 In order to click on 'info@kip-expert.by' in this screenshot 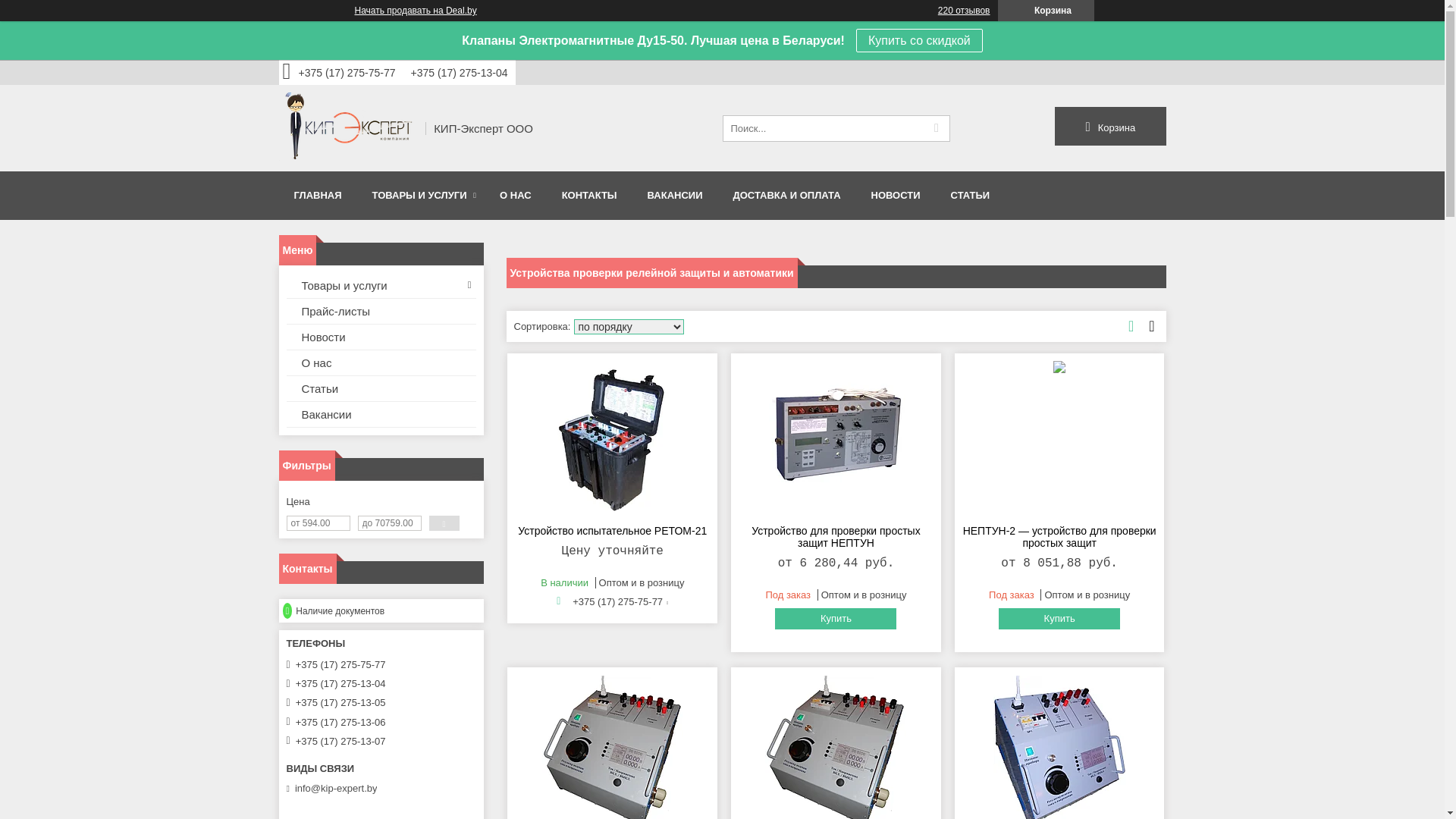, I will do `click(335, 788)`.